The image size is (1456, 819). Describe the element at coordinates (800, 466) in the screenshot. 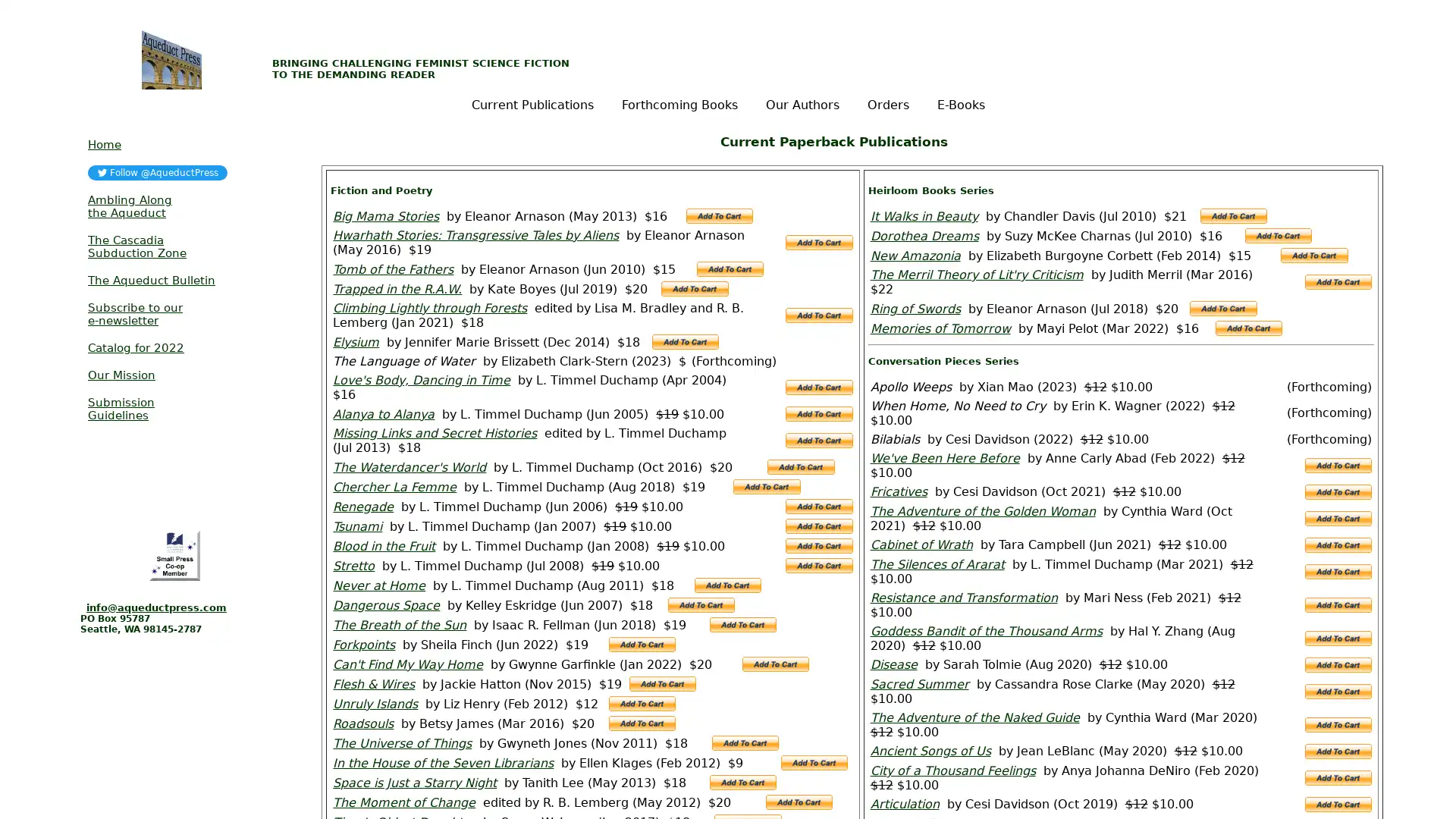

I see `Make payments with PayPal - it\'s fast, free and secure!` at that location.